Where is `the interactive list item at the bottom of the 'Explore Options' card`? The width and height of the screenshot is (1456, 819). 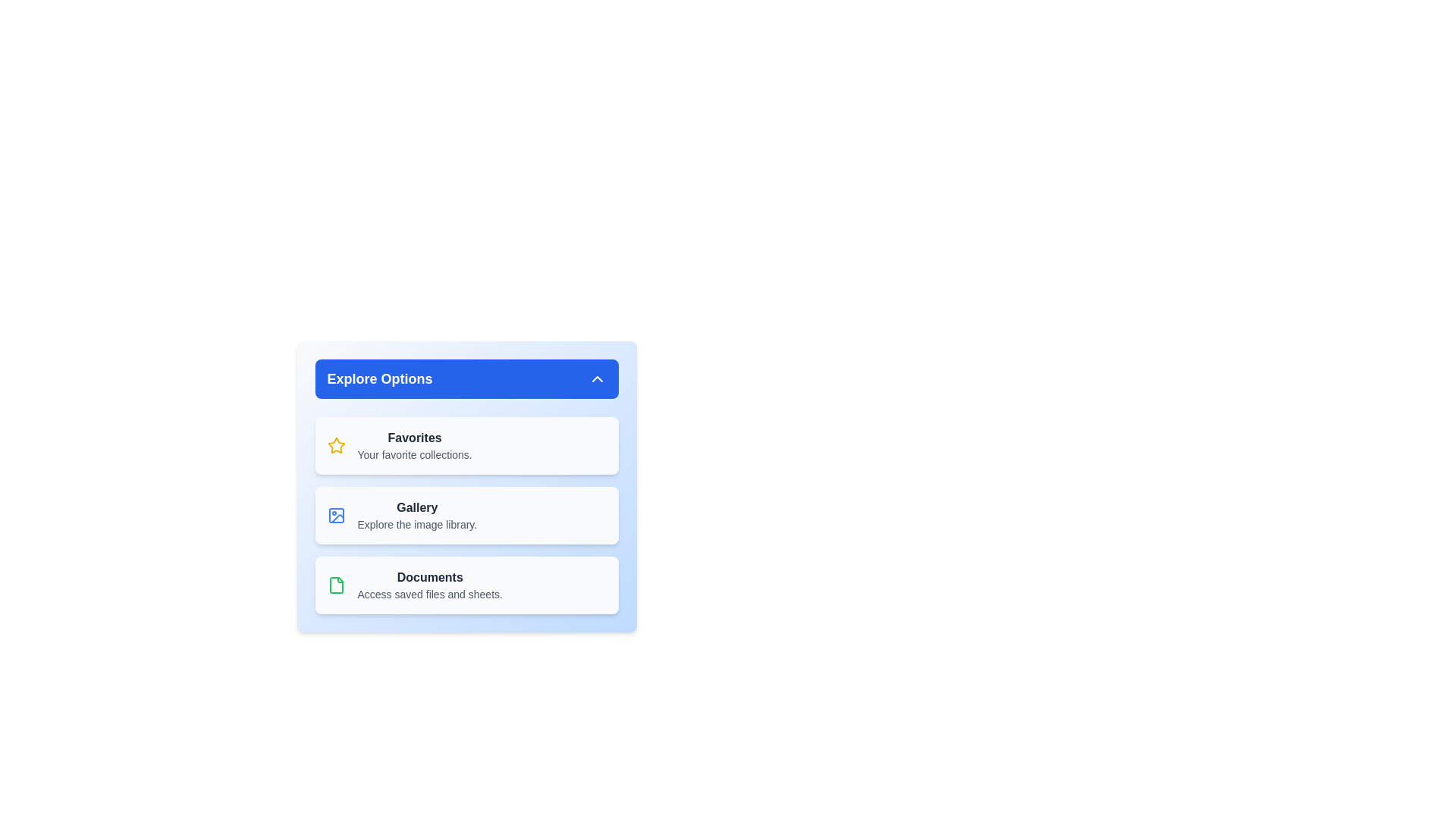 the interactive list item at the bottom of the 'Explore Options' card is located at coordinates (466, 584).